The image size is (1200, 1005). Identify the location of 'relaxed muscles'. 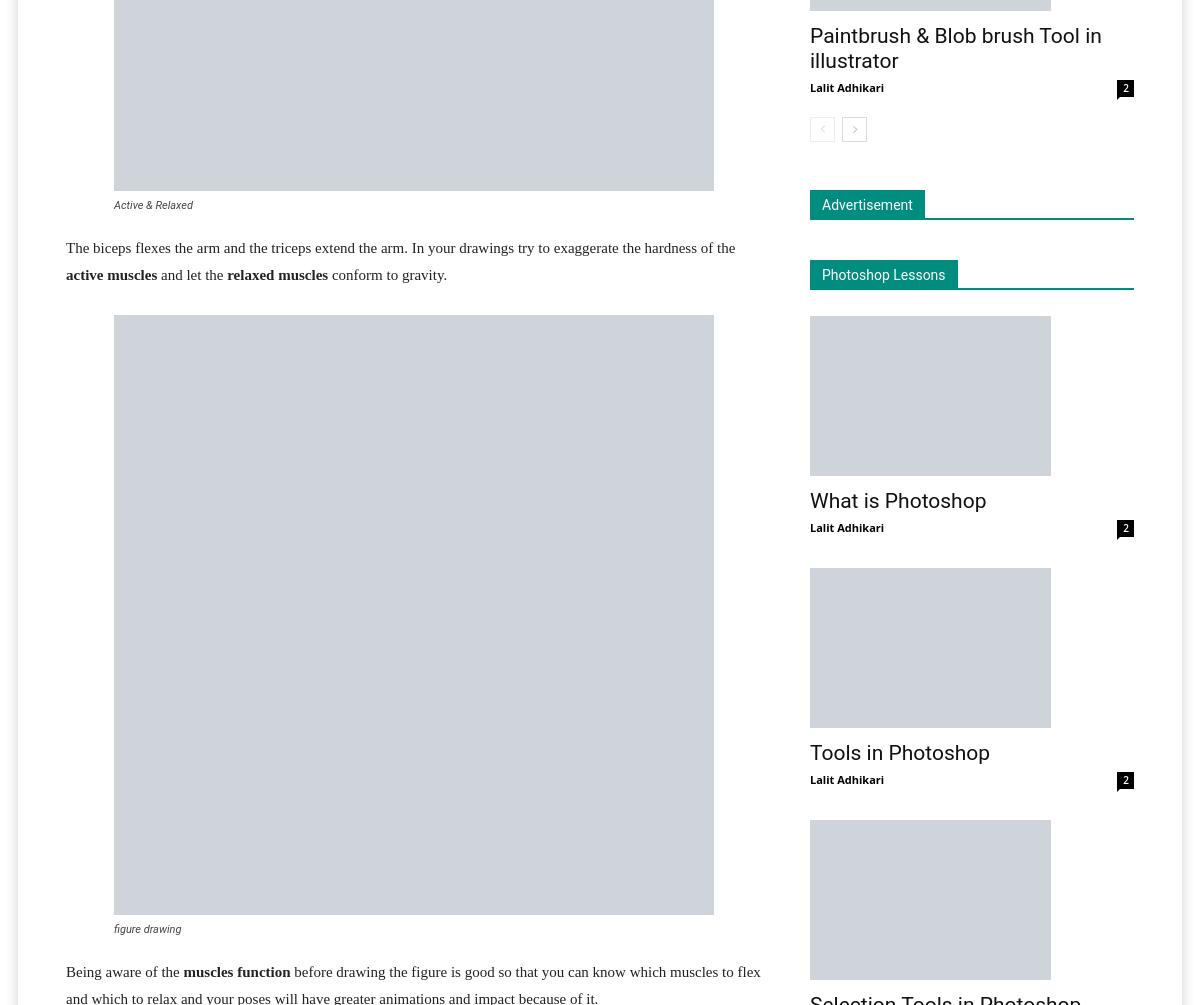
(276, 273).